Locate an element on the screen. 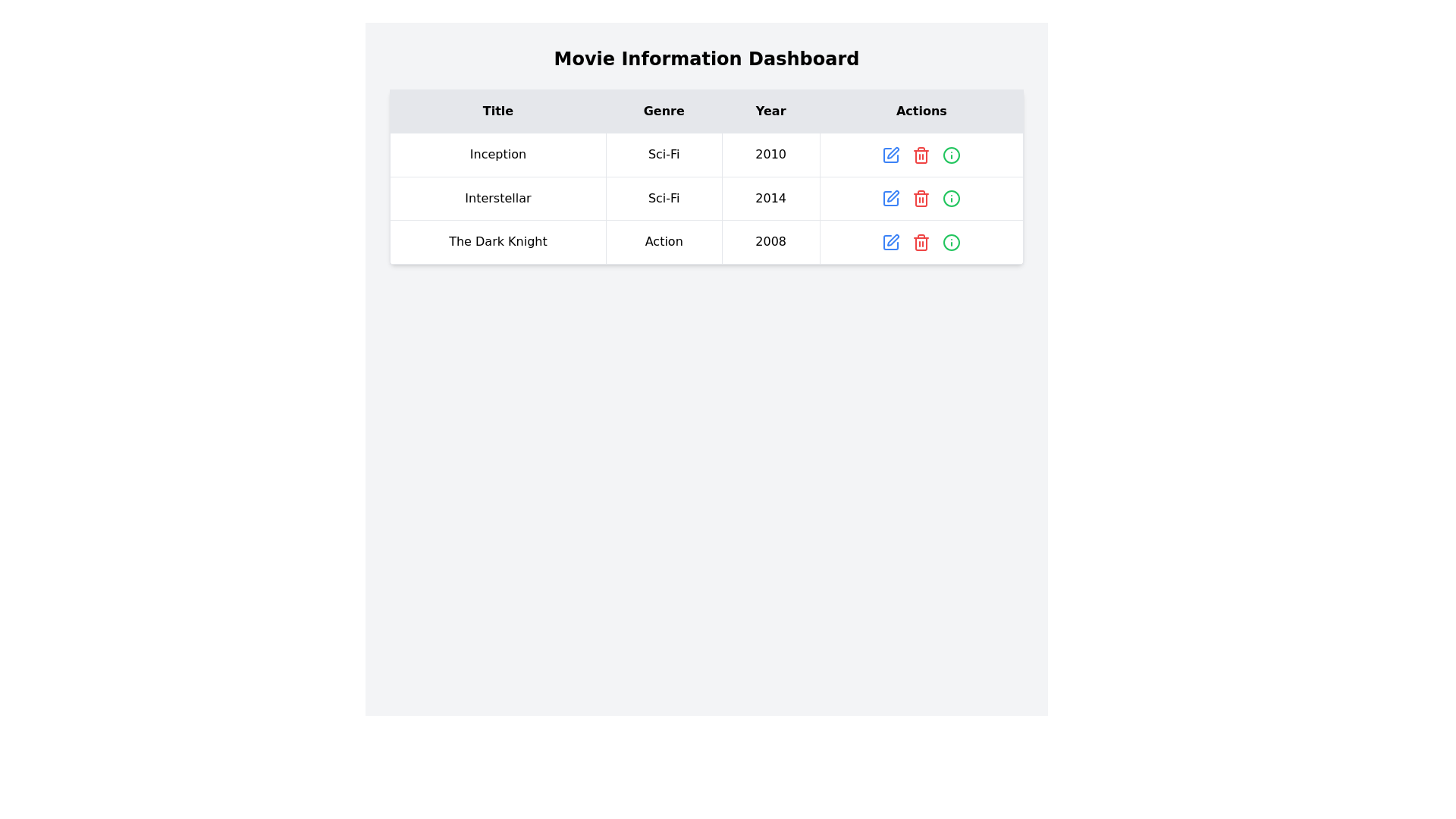  the Table Cell that contains the genre of the movie 'Interstellar', which is located in the second row under the 'Genre' column, positioned between the 'Interstellar' cell and the '2014' cell is located at coordinates (664, 197).